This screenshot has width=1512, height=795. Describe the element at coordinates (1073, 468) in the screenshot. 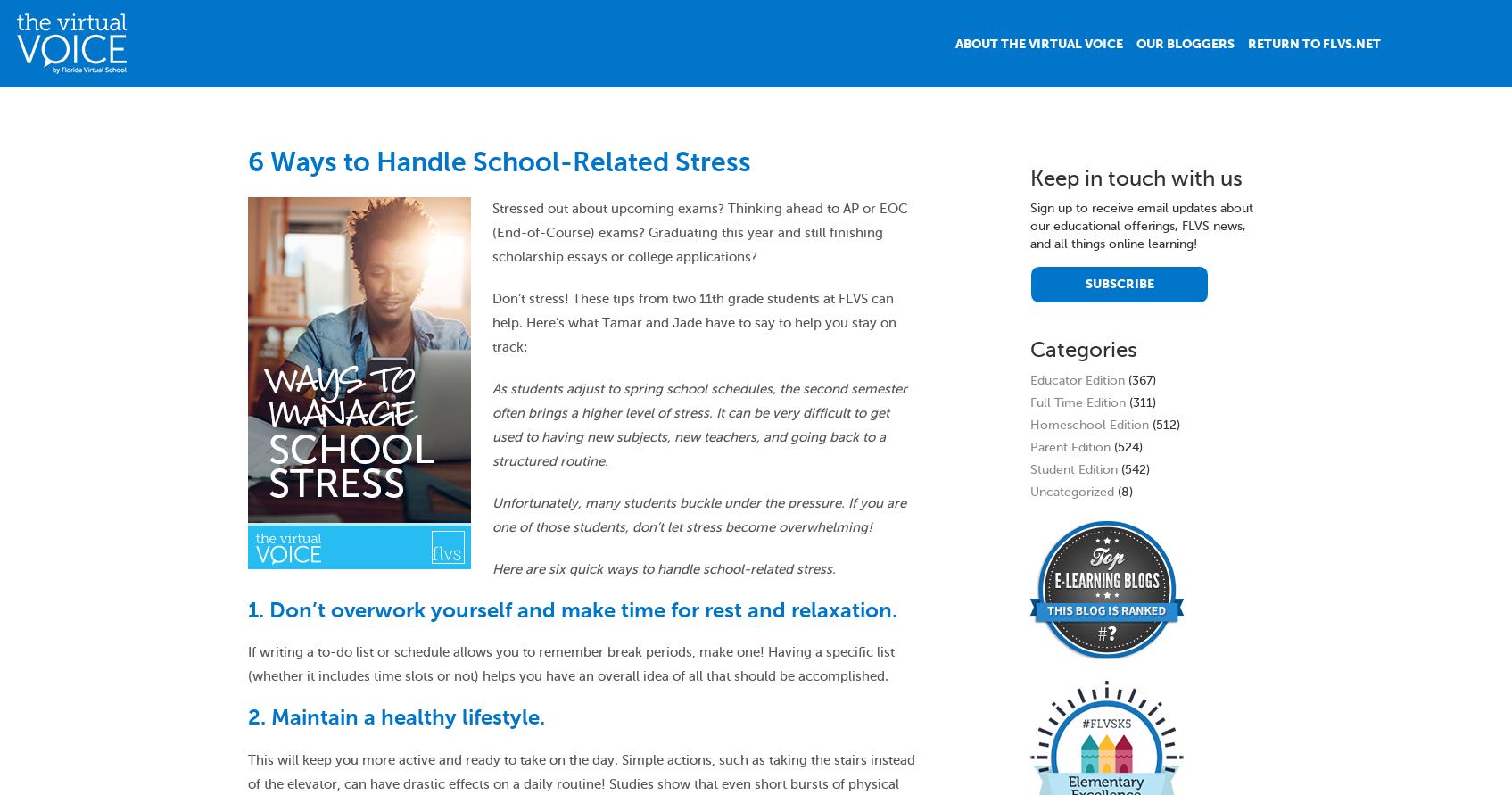

I see `'Student Edition'` at that location.